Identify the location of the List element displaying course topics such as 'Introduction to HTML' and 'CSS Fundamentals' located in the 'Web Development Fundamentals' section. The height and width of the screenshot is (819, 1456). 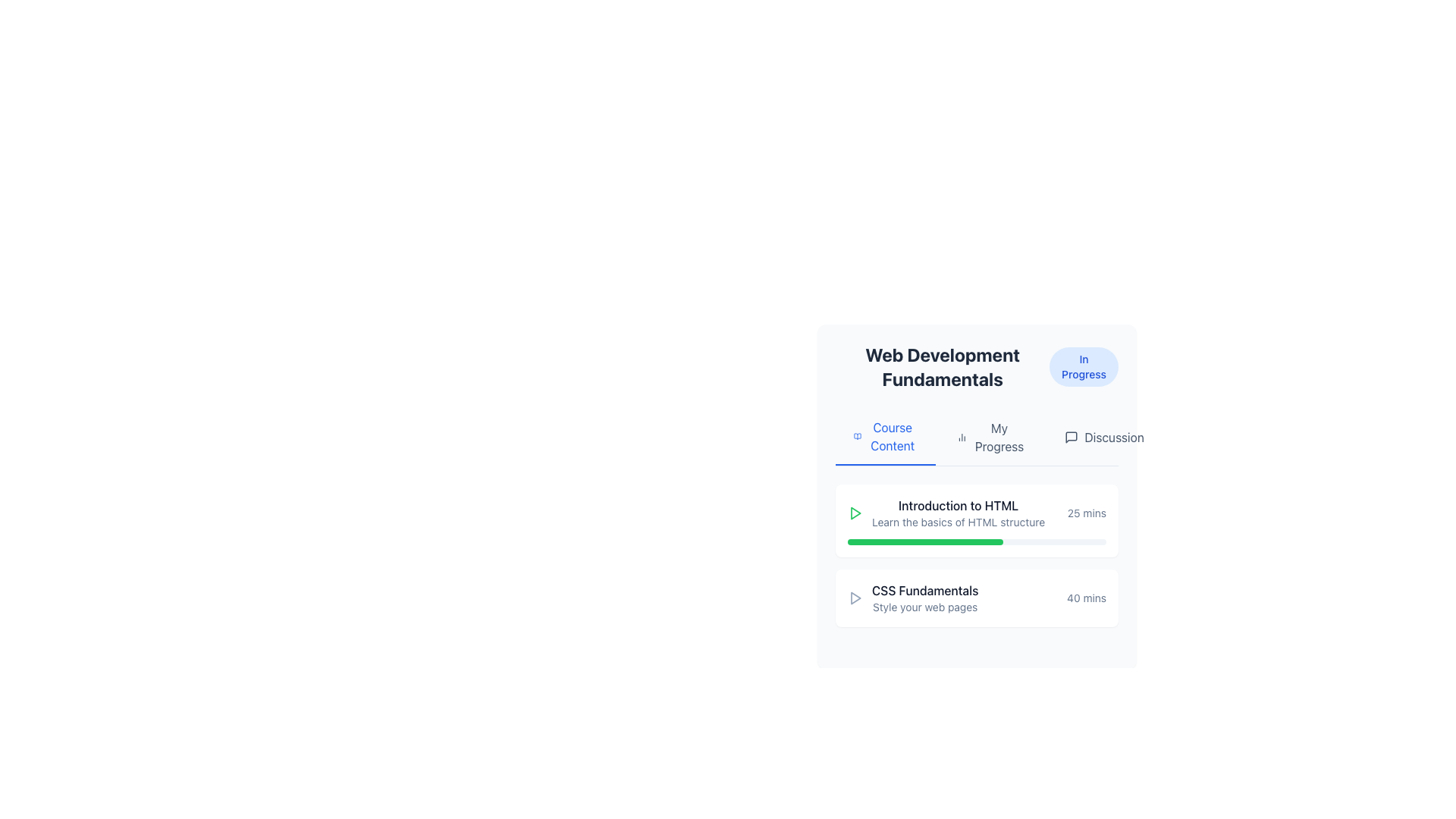
(977, 517).